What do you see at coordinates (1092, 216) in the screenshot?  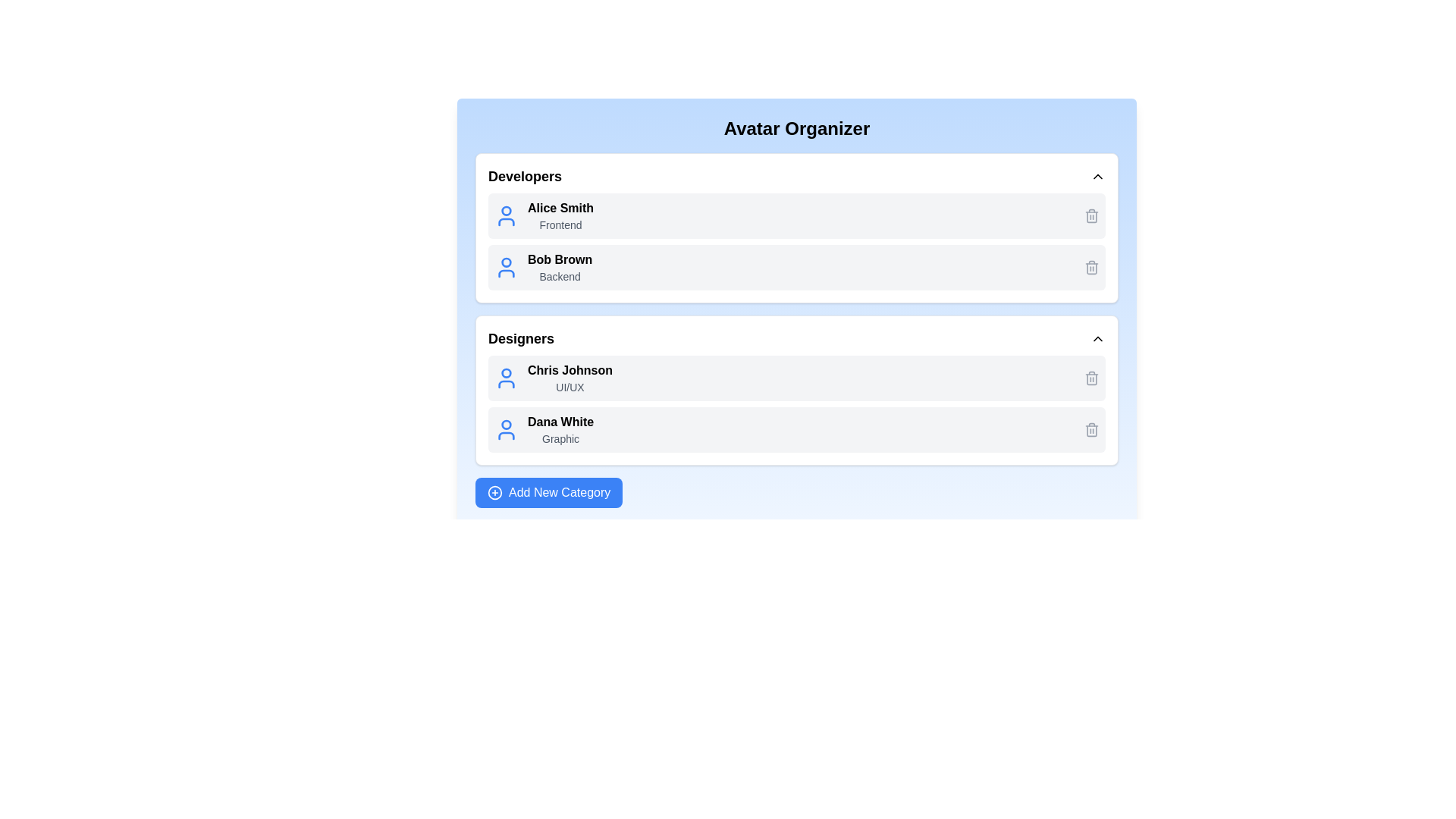 I see `the delete icon located to the right of 'Bob Brown' in the 'Developers' group` at bounding box center [1092, 216].